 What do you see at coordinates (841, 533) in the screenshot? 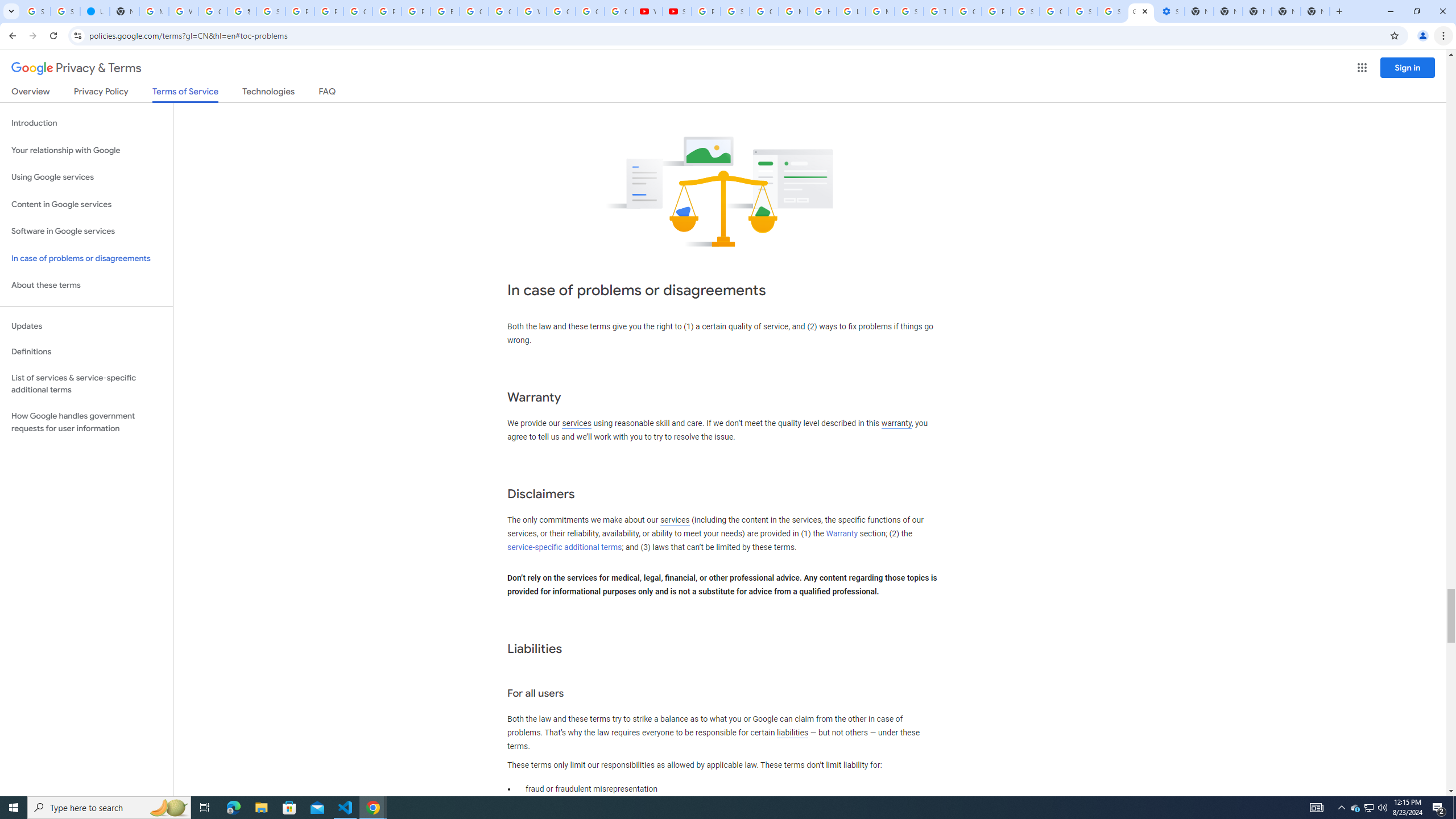
I see `'Warranty'` at bounding box center [841, 533].